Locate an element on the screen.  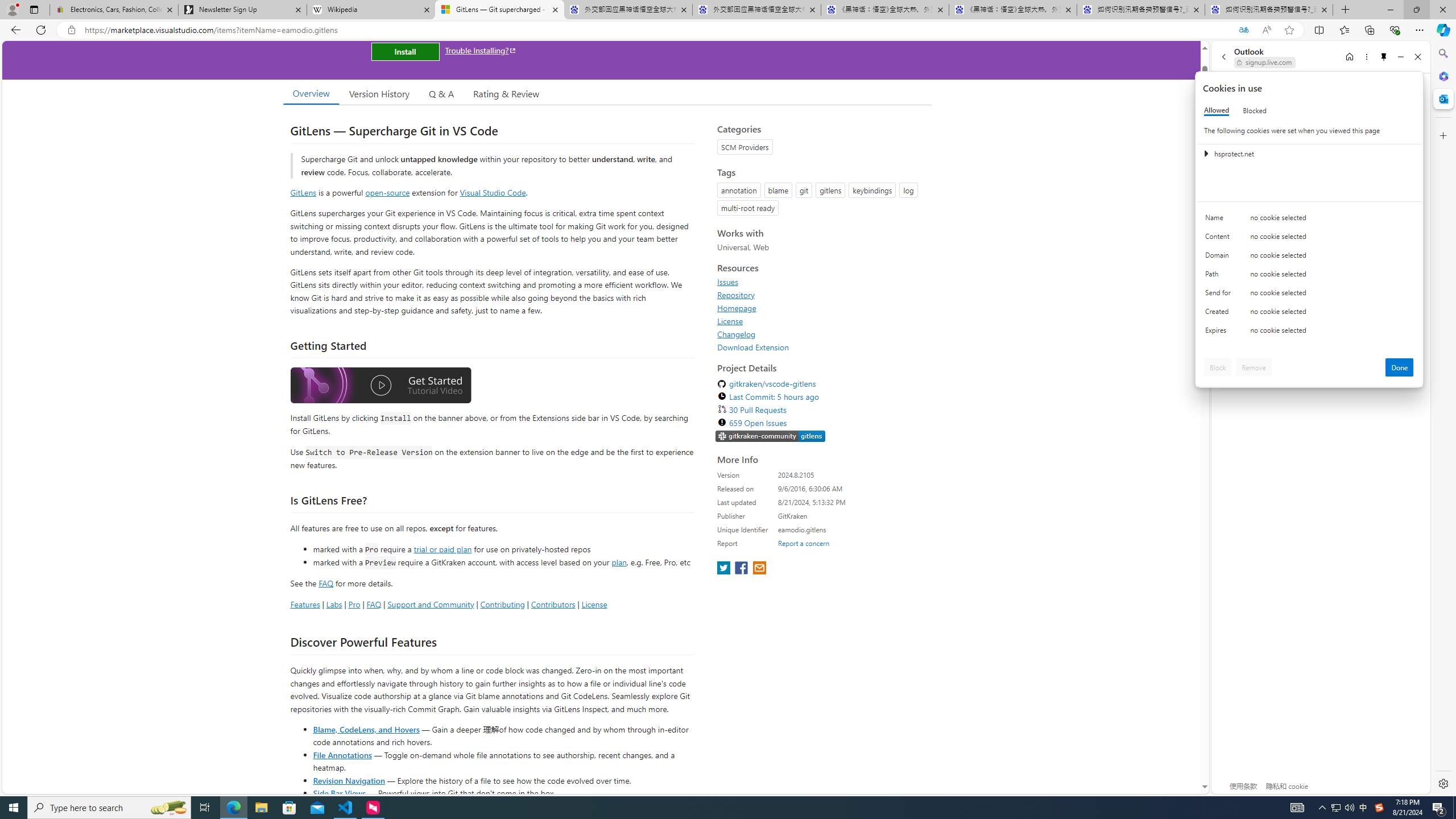
'Domain' is located at coordinates (1219, 257).